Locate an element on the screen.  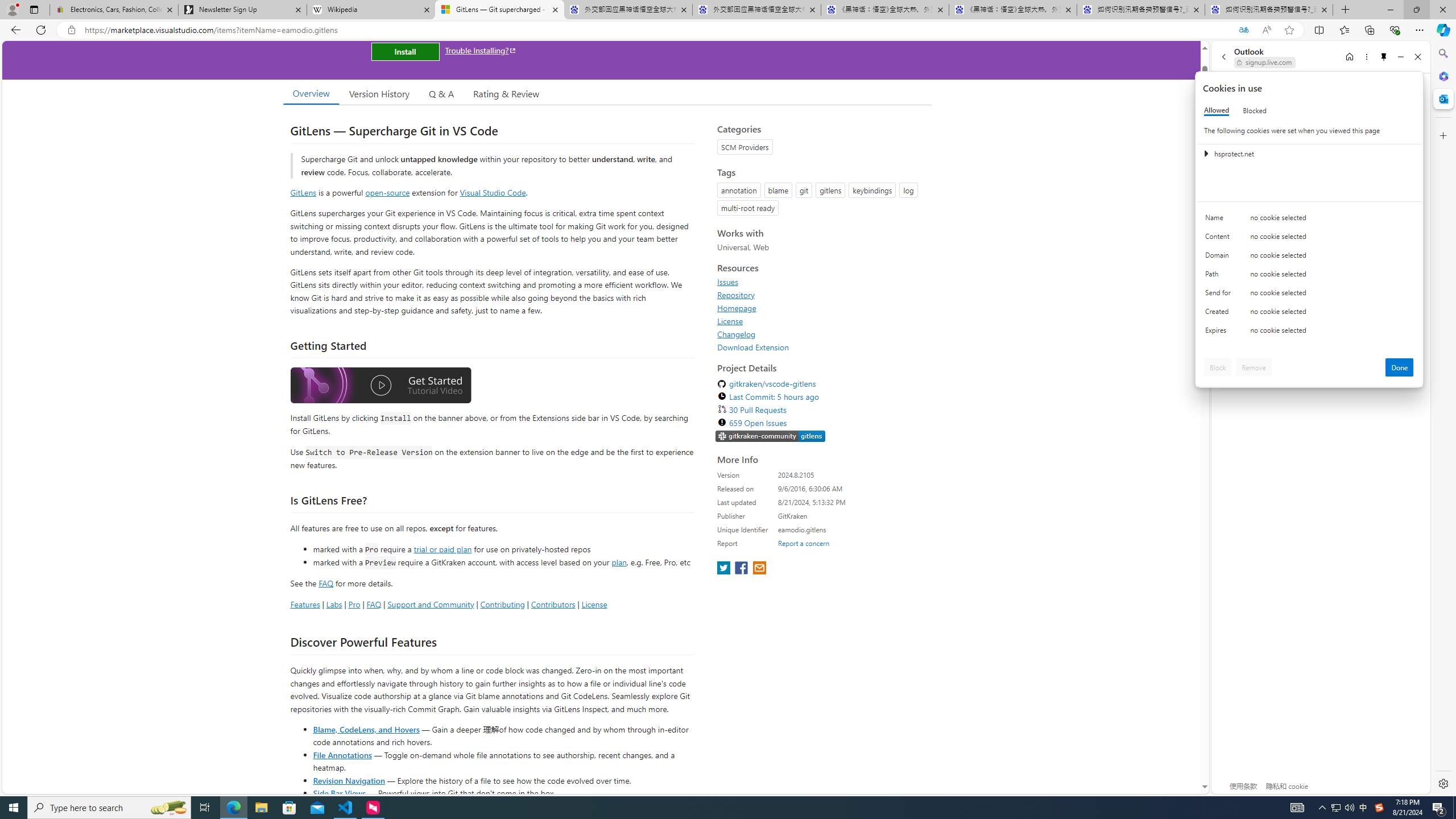
'Domain' is located at coordinates (1219, 257).